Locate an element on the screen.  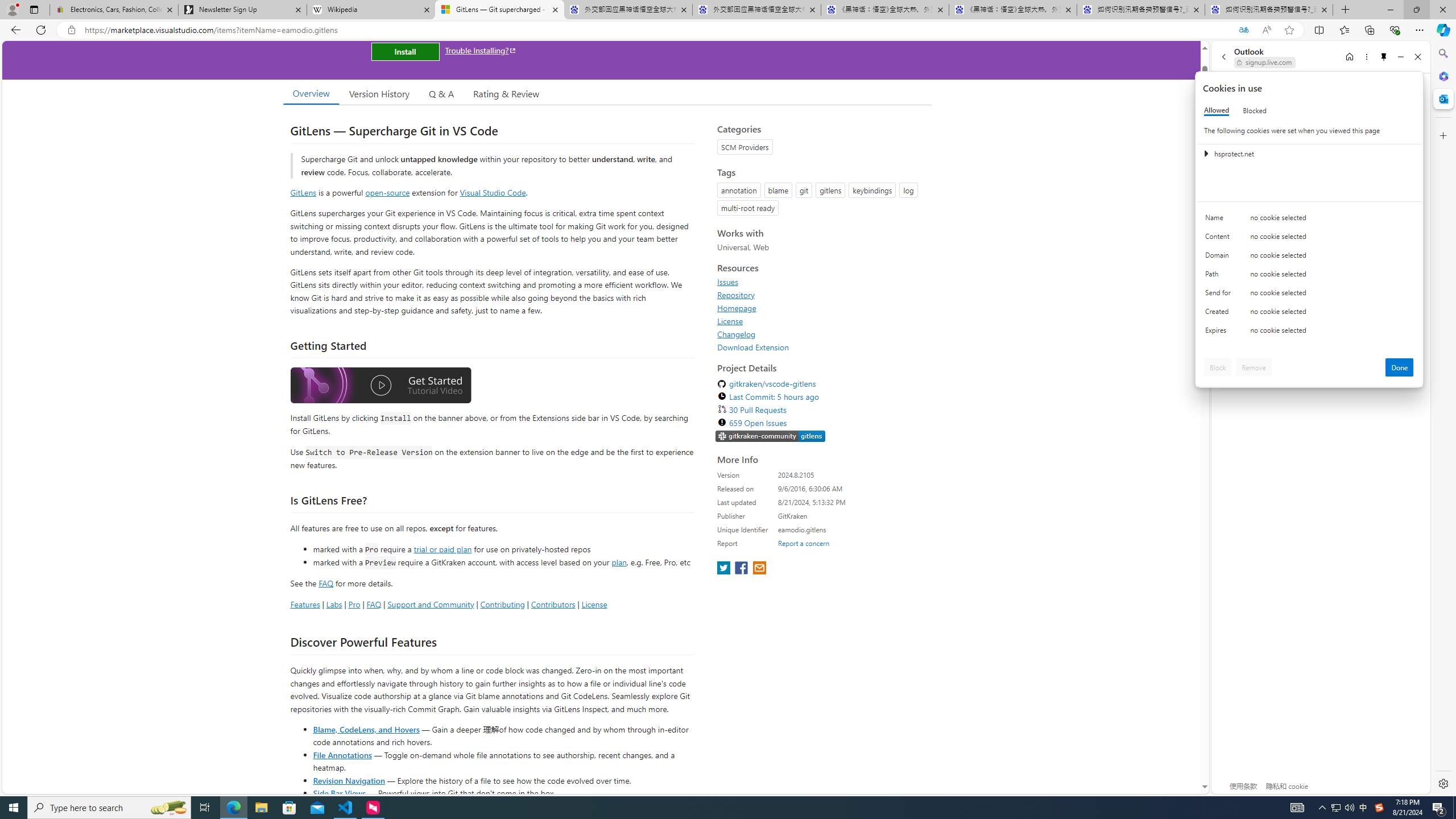
'Domain' is located at coordinates (1219, 257).